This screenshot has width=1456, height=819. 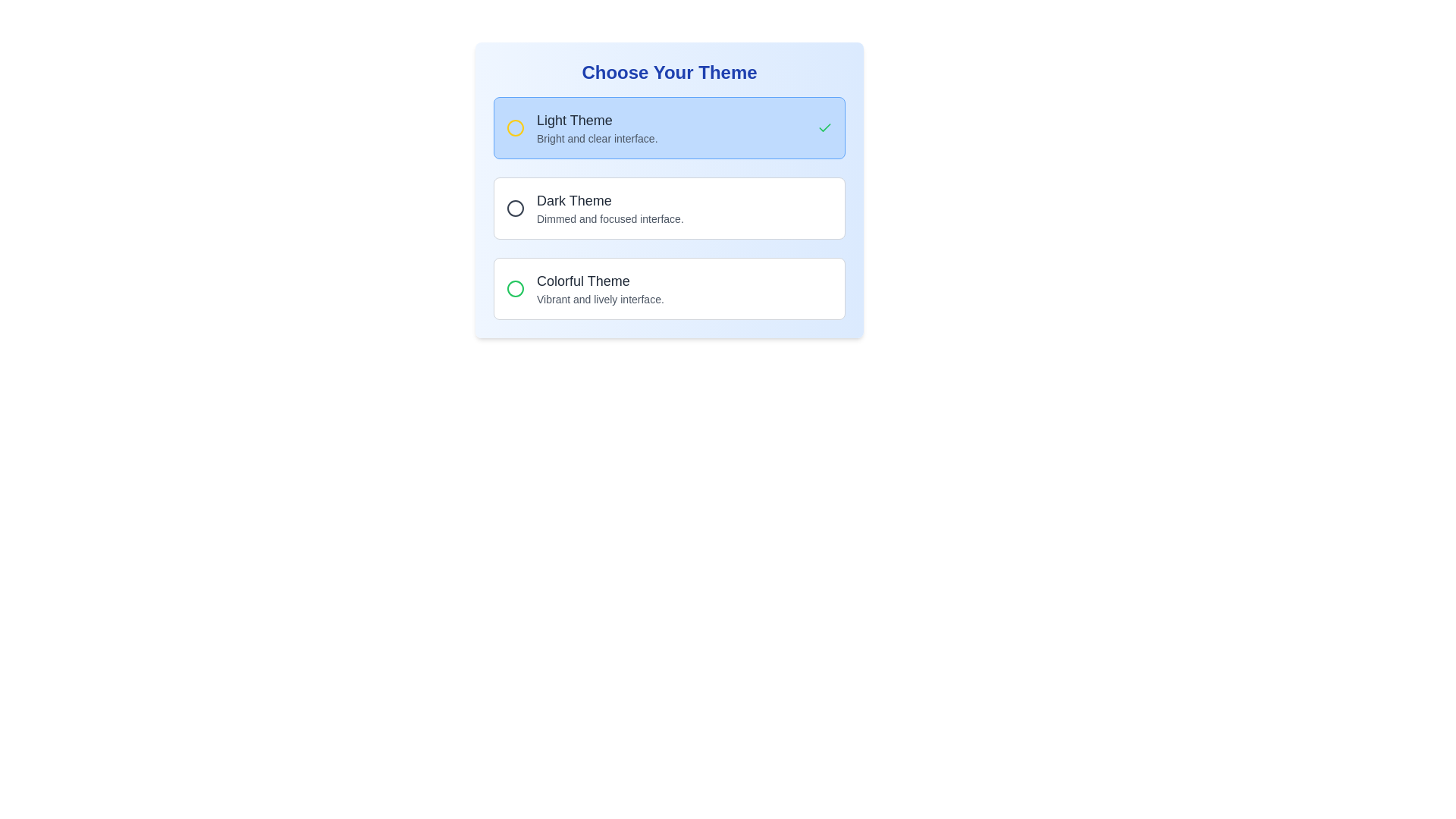 I want to click on the icon, so click(x=516, y=289).